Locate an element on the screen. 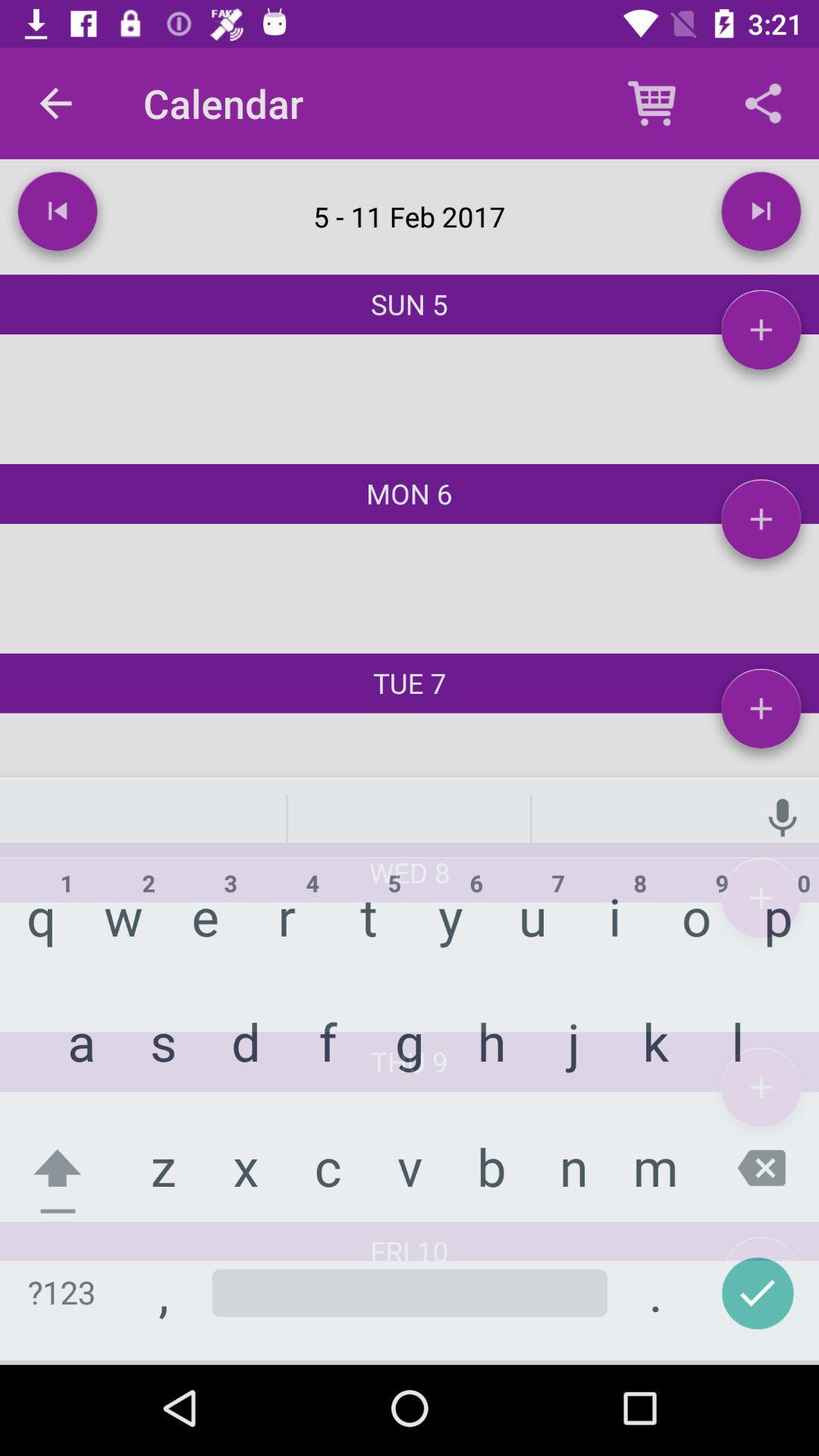 This screenshot has width=819, height=1456. the add icon is located at coordinates (761, 525).